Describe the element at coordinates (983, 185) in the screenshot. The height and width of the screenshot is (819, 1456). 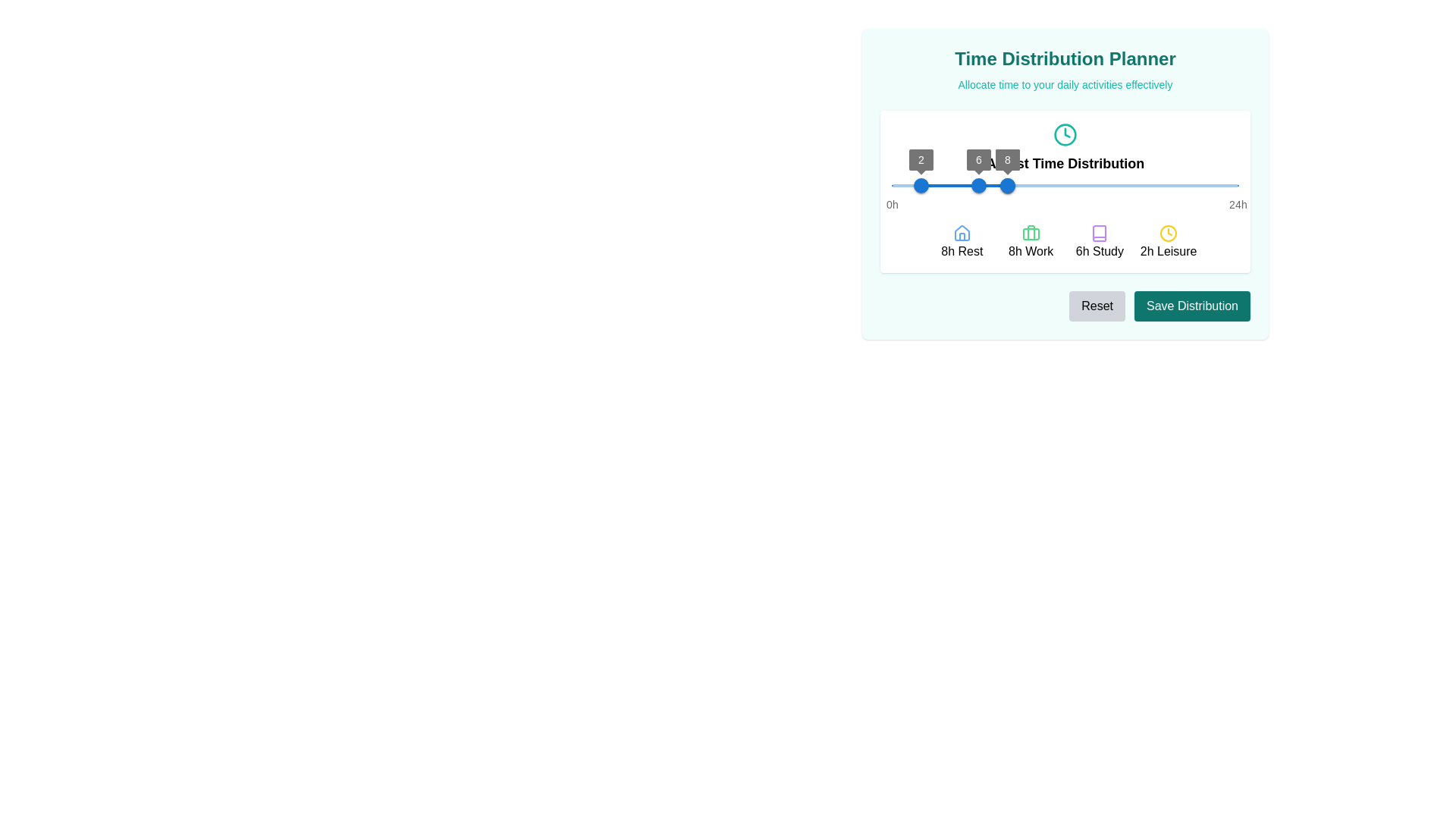
I see `the time slider` at that location.